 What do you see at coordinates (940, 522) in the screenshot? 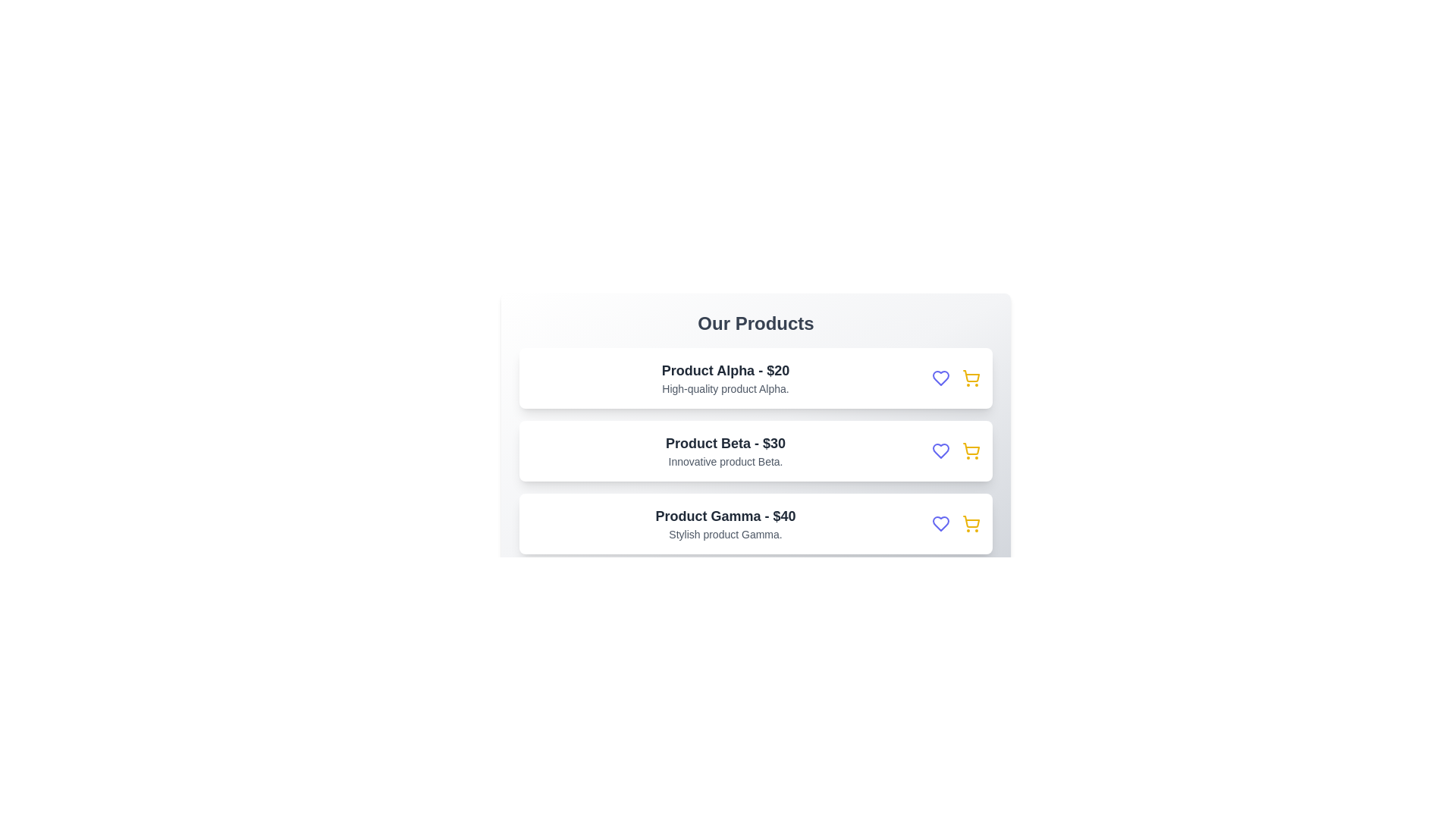
I see `the heart icon for Product Gamma to explore its details` at bounding box center [940, 522].